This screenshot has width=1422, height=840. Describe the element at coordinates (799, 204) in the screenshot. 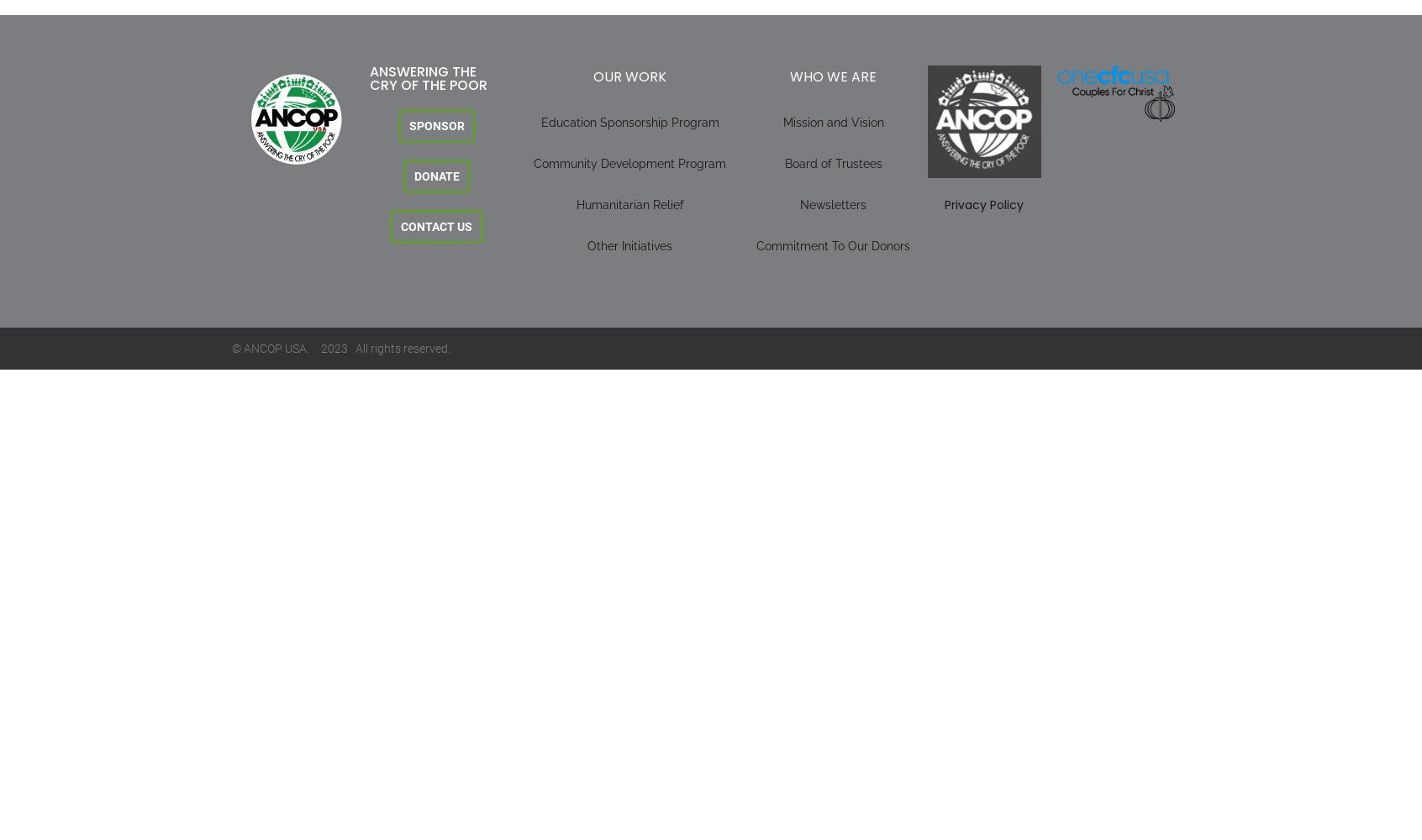

I see `'Newsletters'` at that location.